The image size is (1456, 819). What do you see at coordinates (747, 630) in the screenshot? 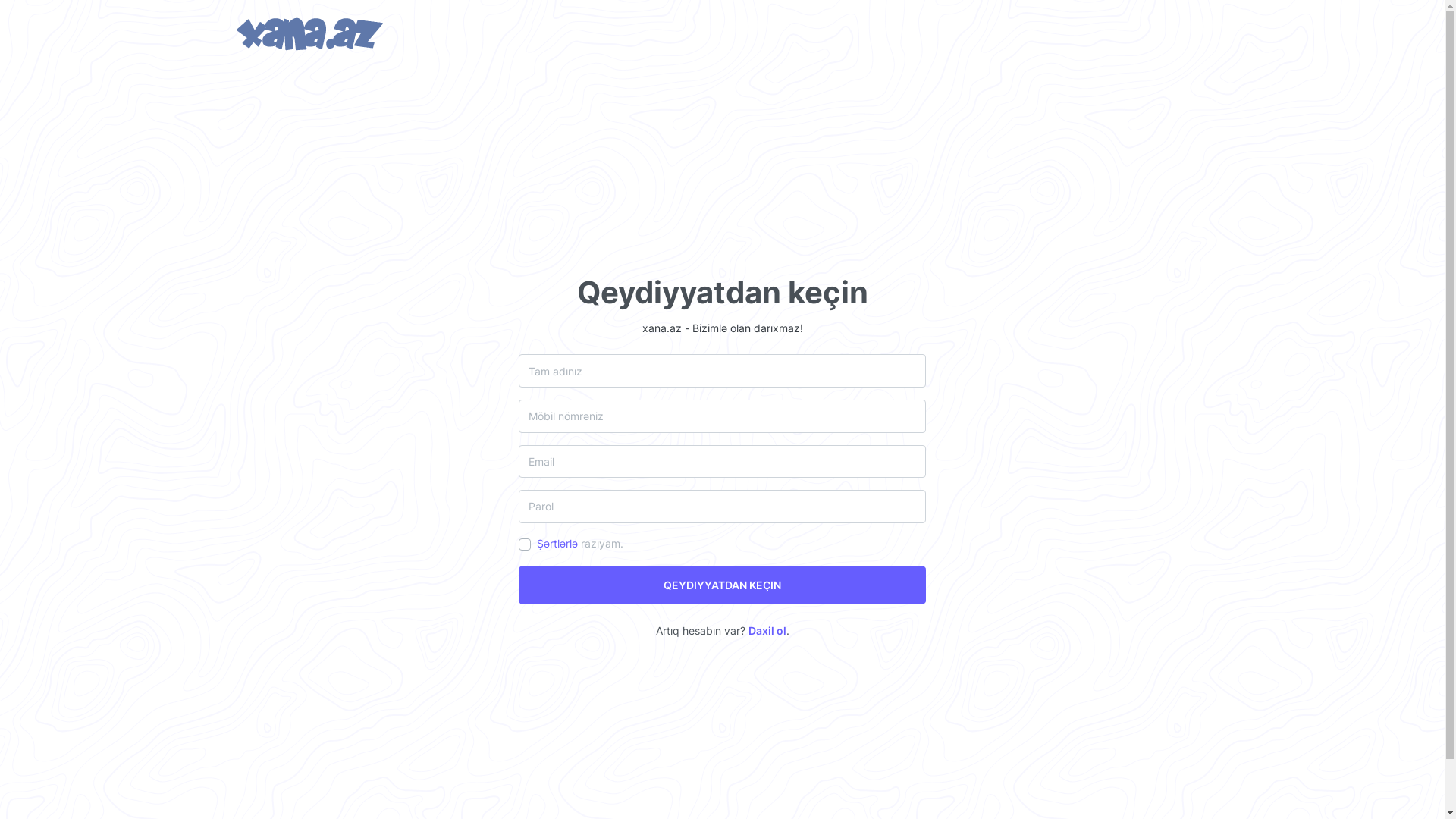
I see `'Daxil ol'` at bounding box center [747, 630].